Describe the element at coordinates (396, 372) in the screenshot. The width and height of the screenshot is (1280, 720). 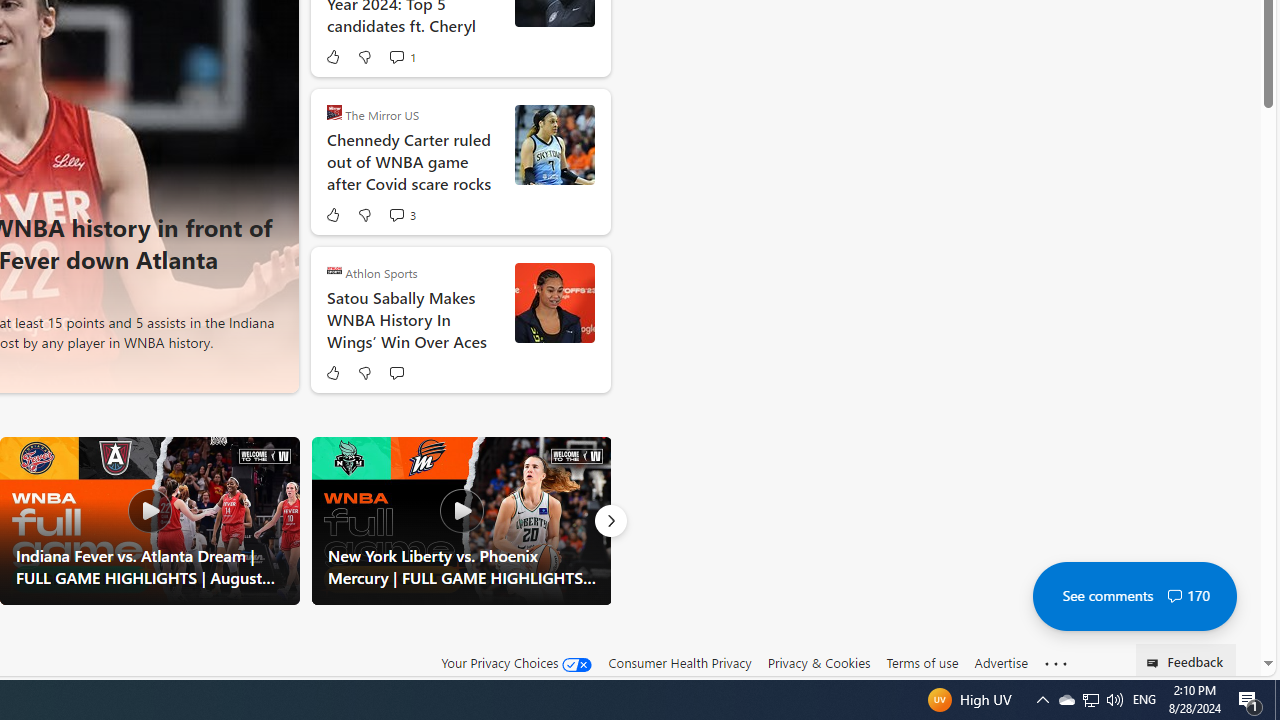
I see `'Start the conversation'` at that location.